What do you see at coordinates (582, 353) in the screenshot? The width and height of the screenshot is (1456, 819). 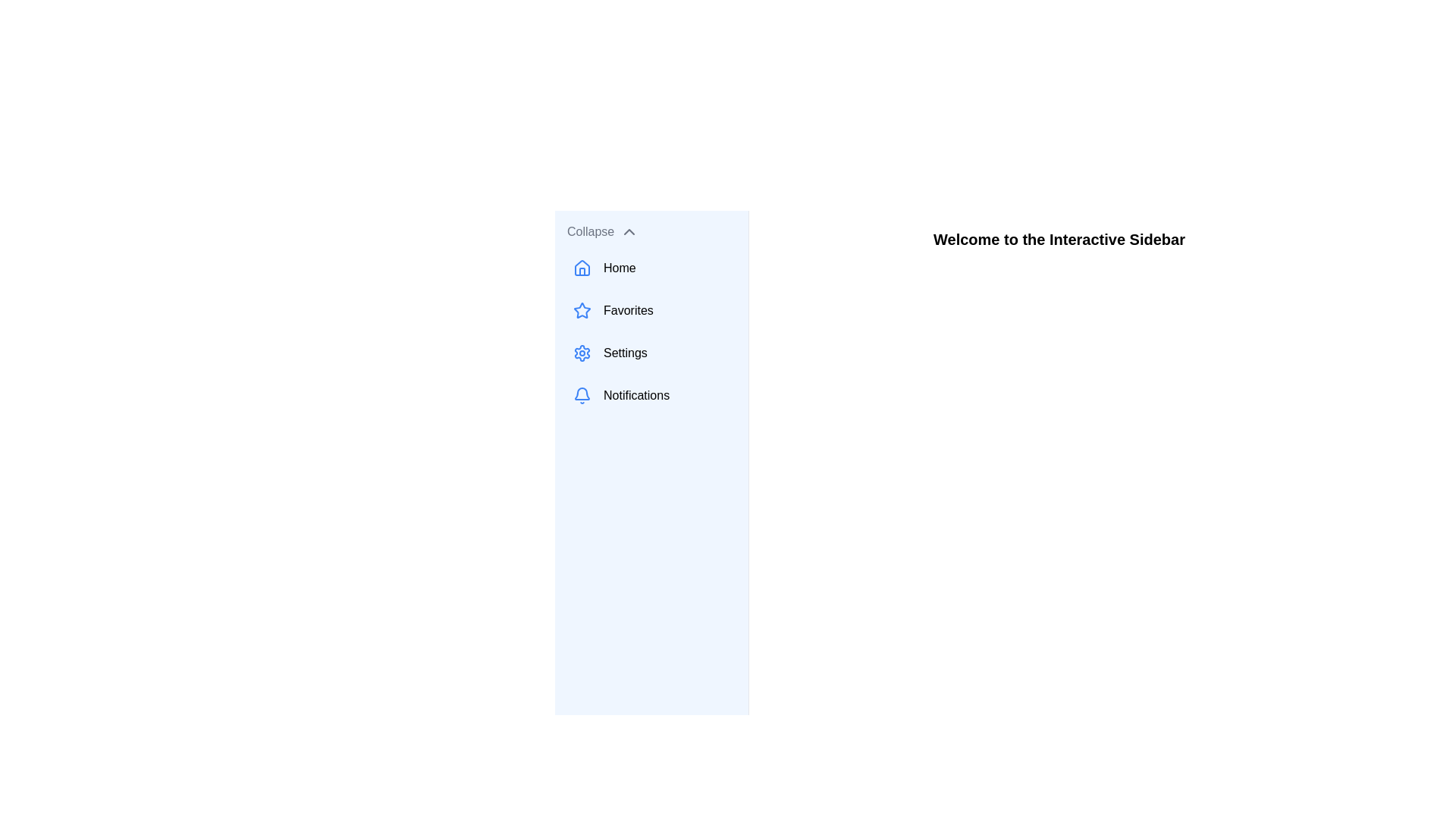 I see `the gear-shaped icon representing the 'Settings' option in the sidebar, which is located near the 'Settings' label` at bounding box center [582, 353].